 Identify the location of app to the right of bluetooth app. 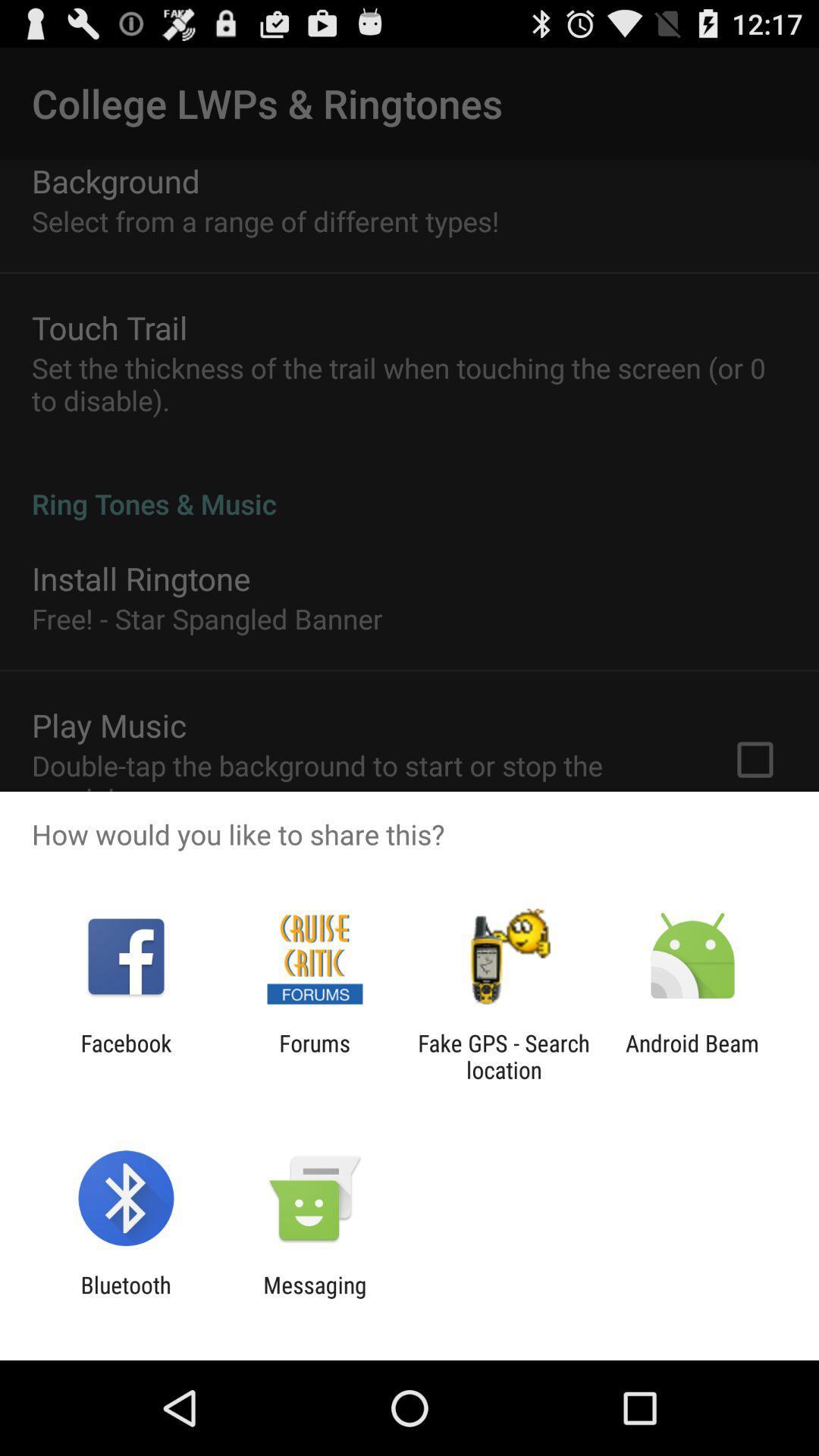
(314, 1298).